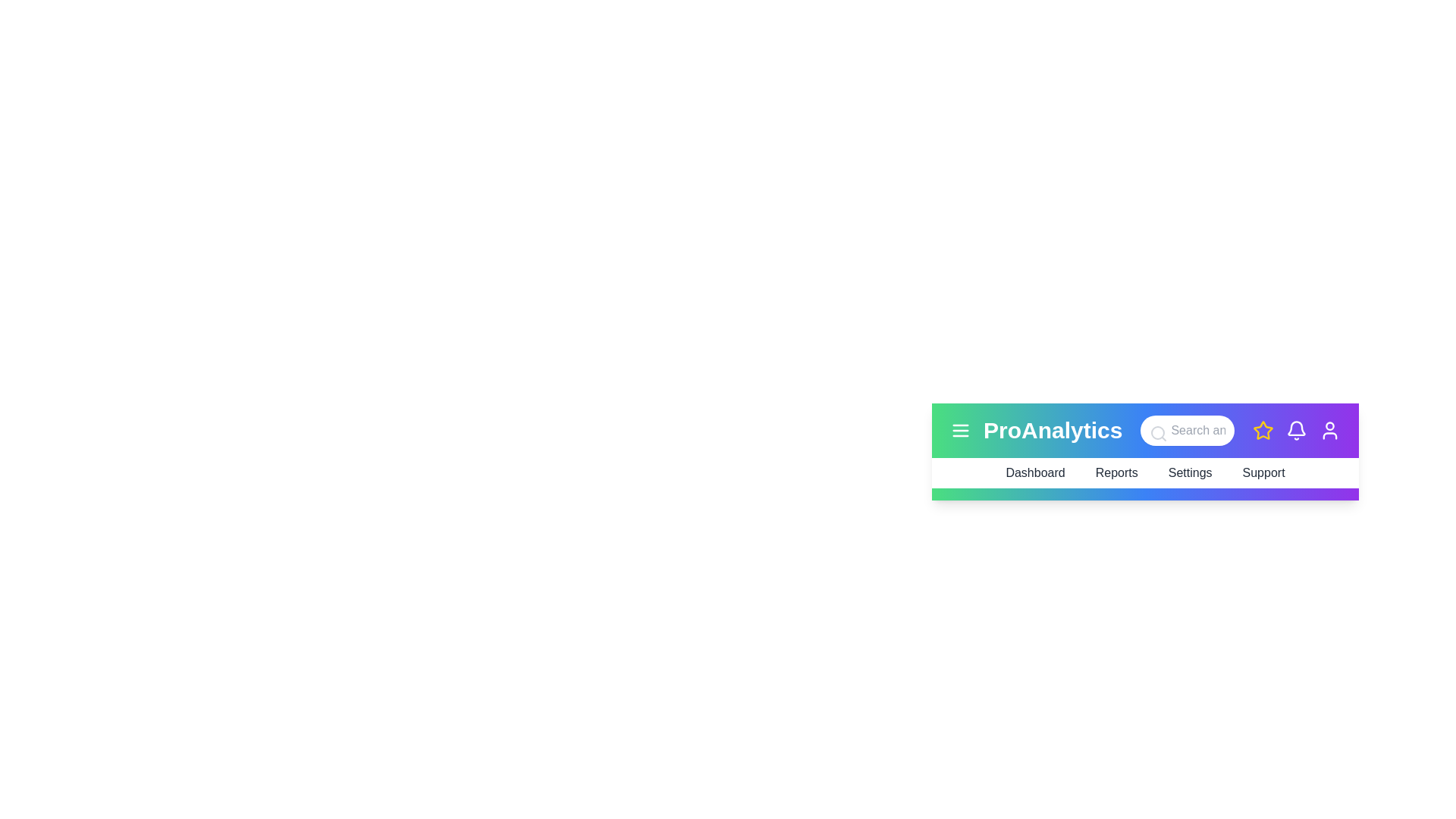  Describe the element at coordinates (1034, 472) in the screenshot. I see `the menu item Dashboard to trigger additional feedback` at that location.